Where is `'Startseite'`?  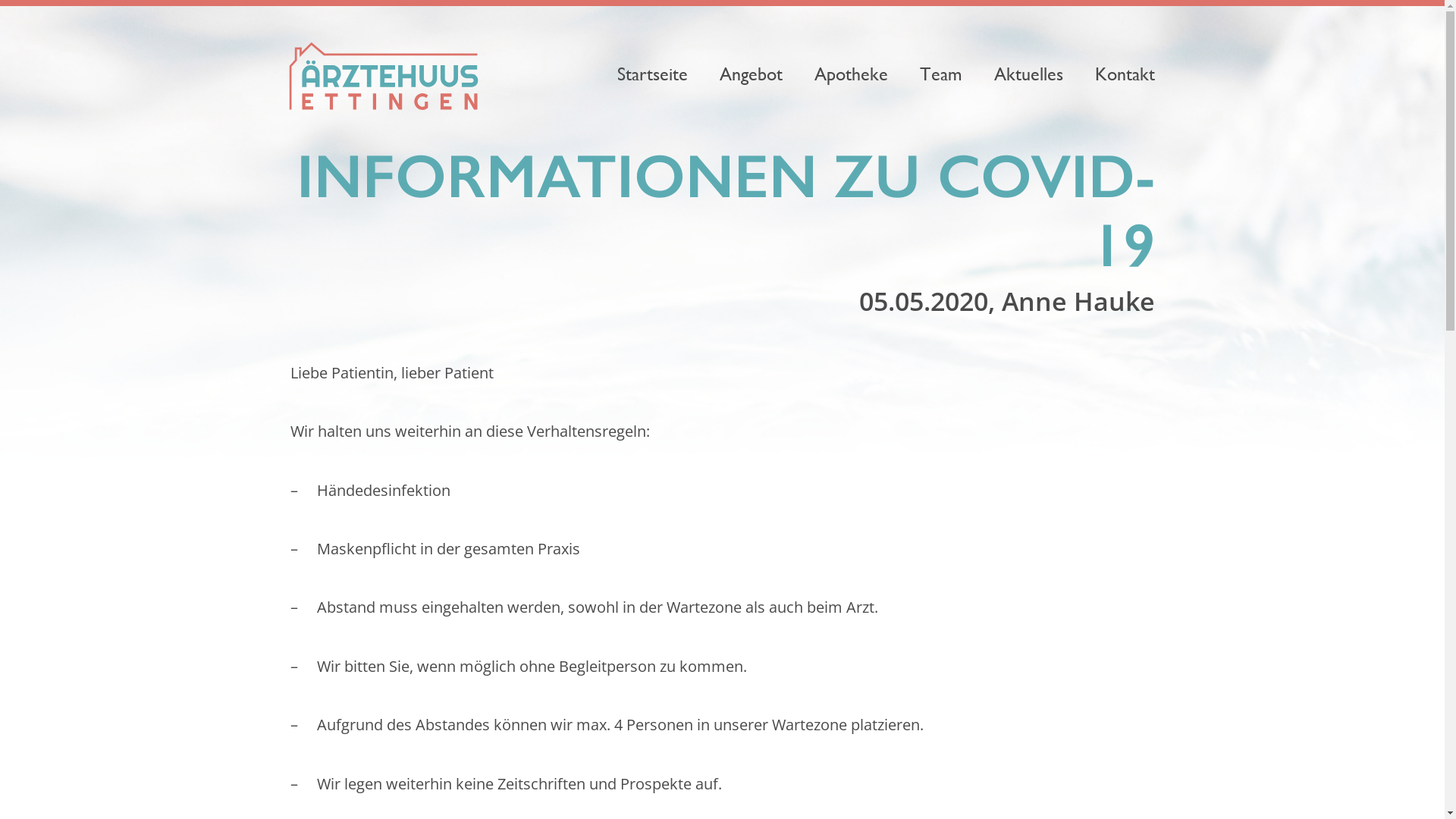 'Startseite' is located at coordinates (651, 74).